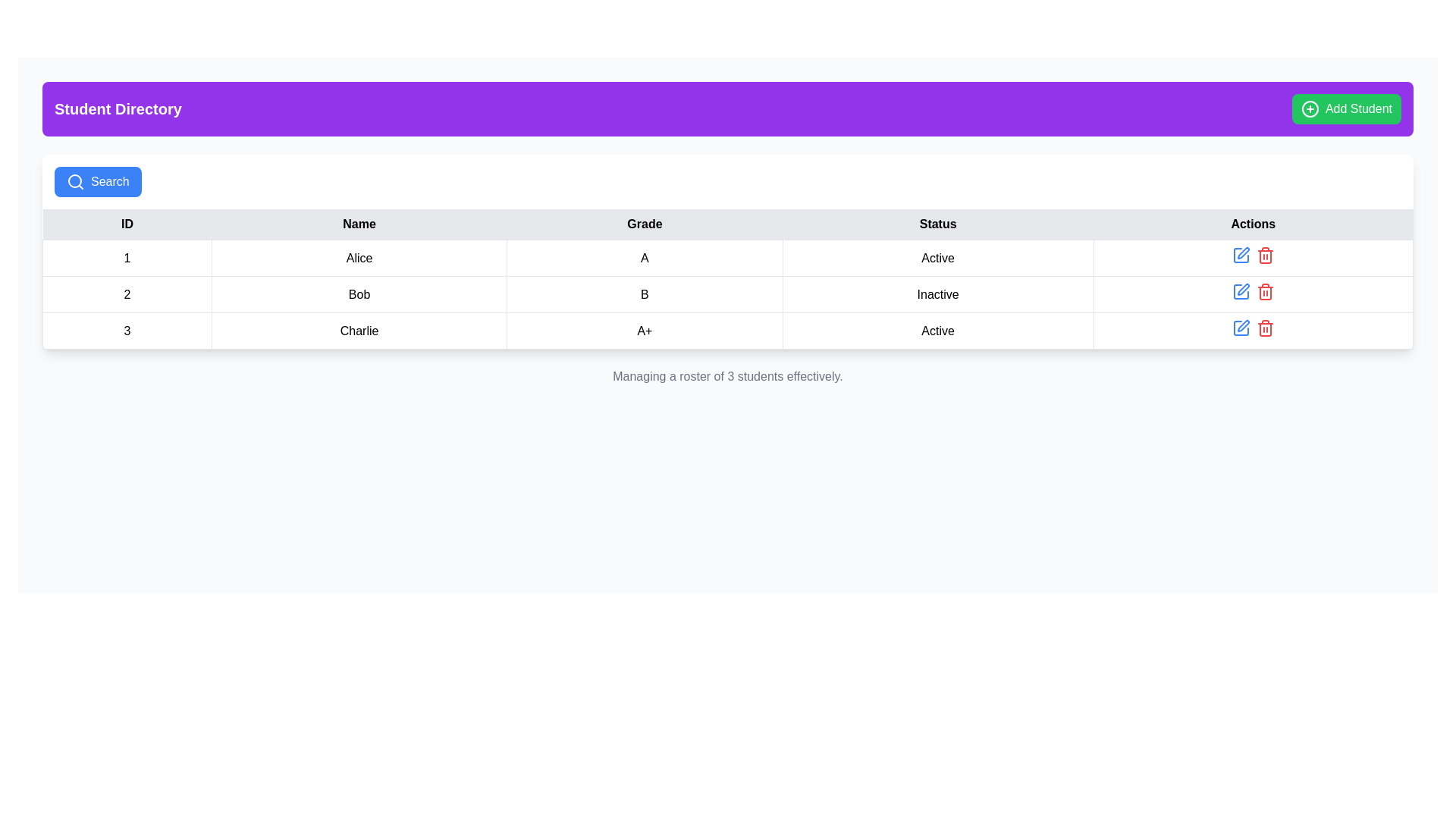 Image resolution: width=1456 pixels, height=819 pixels. What do you see at coordinates (127, 224) in the screenshot?
I see `the 'ID' header cell in the table, which is the first column of the table header spanning five columns` at bounding box center [127, 224].